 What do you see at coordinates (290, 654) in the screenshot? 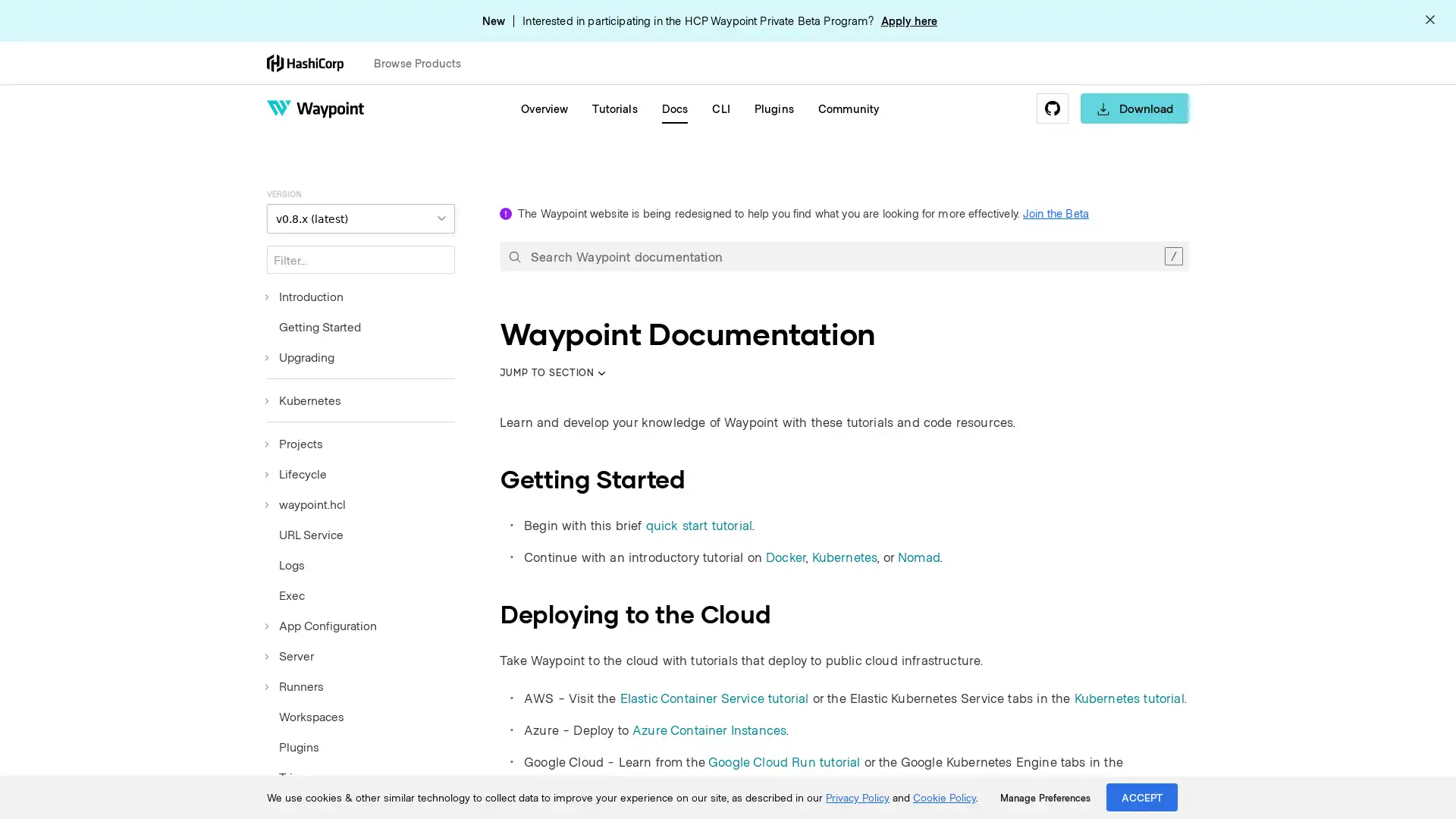
I see `Server` at bounding box center [290, 654].